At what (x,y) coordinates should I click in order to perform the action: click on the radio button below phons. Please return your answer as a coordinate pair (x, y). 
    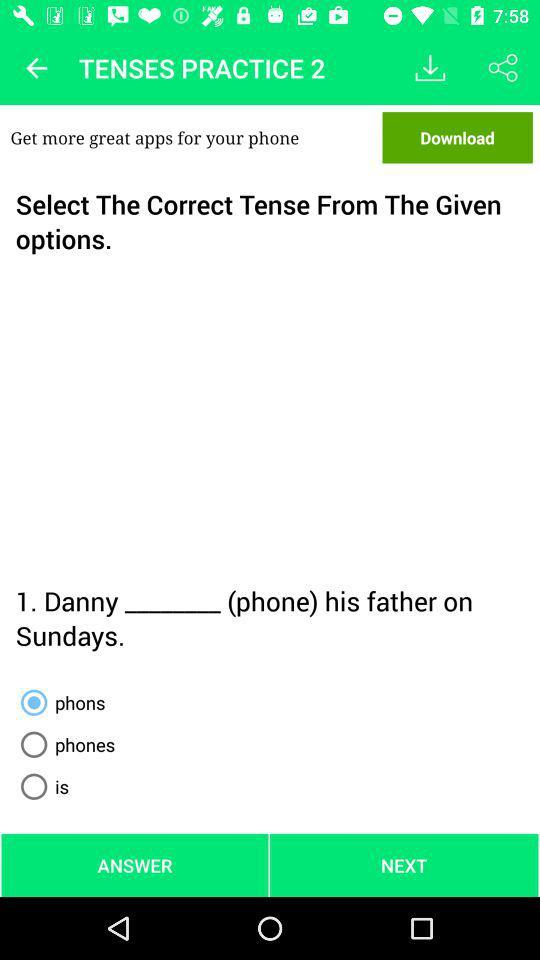
    Looking at the image, I should click on (64, 743).